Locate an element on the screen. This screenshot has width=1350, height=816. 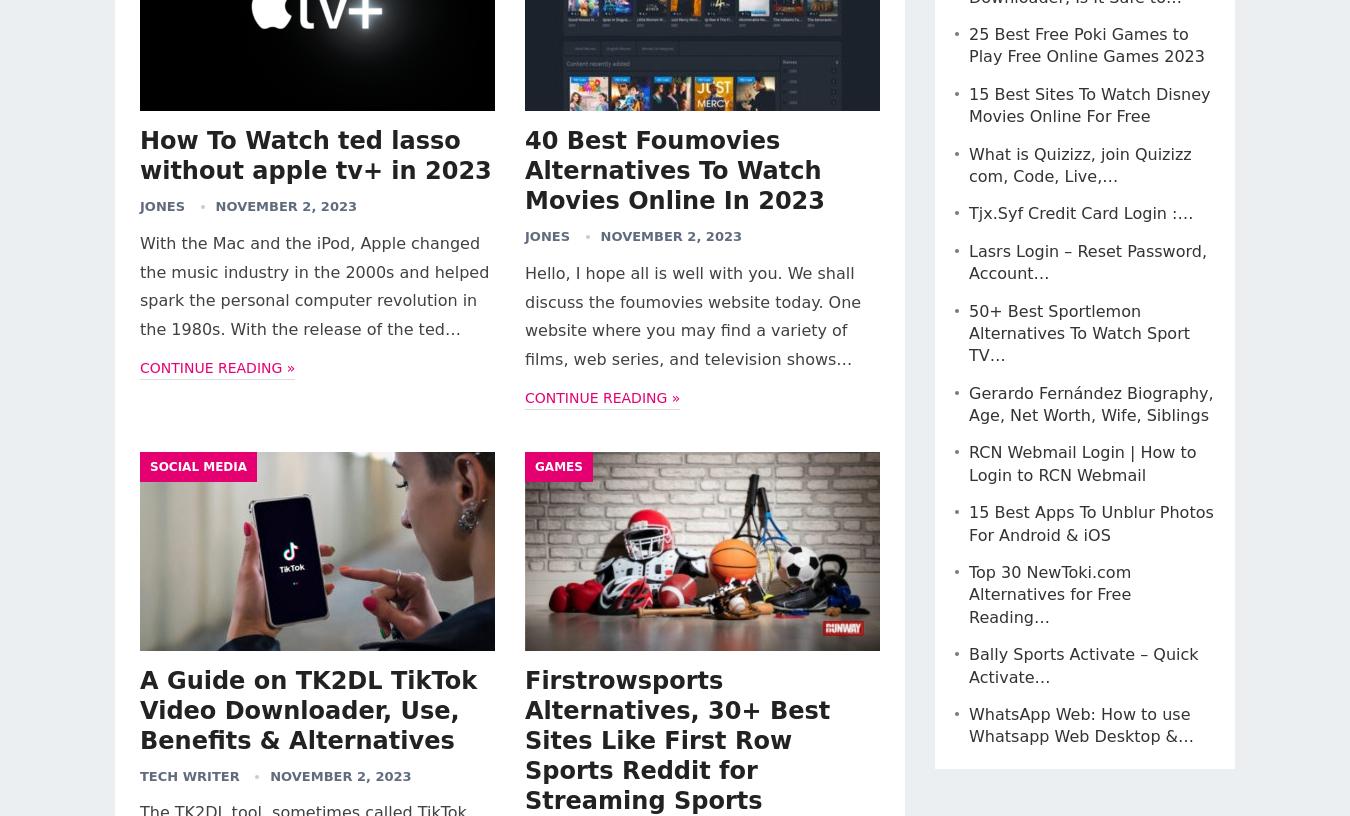
'What is Quizizz, join Quizizz com, Code, Live,…' is located at coordinates (1080, 164).